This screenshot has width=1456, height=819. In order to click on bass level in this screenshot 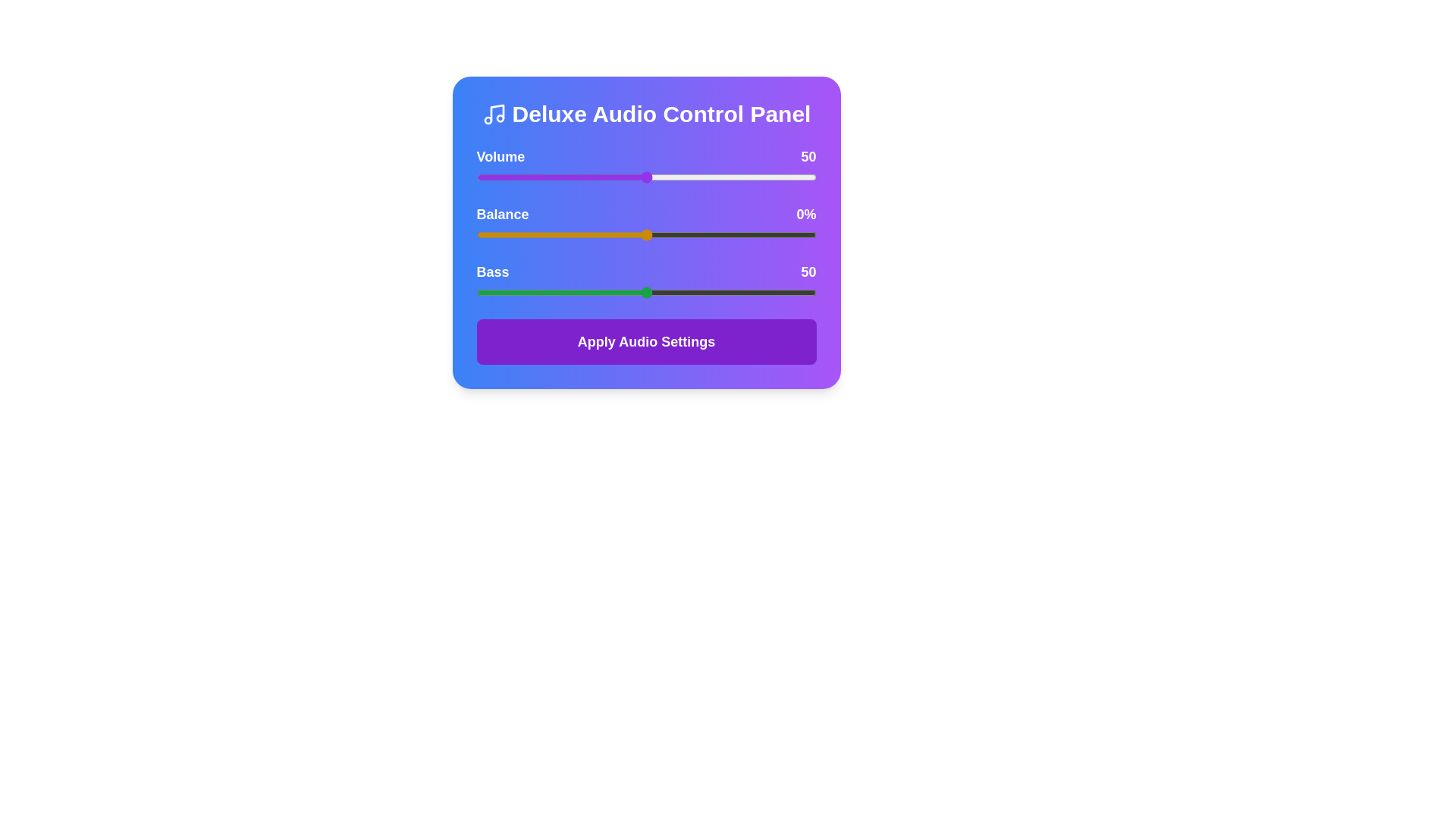, I will do `click(741, 292)`.